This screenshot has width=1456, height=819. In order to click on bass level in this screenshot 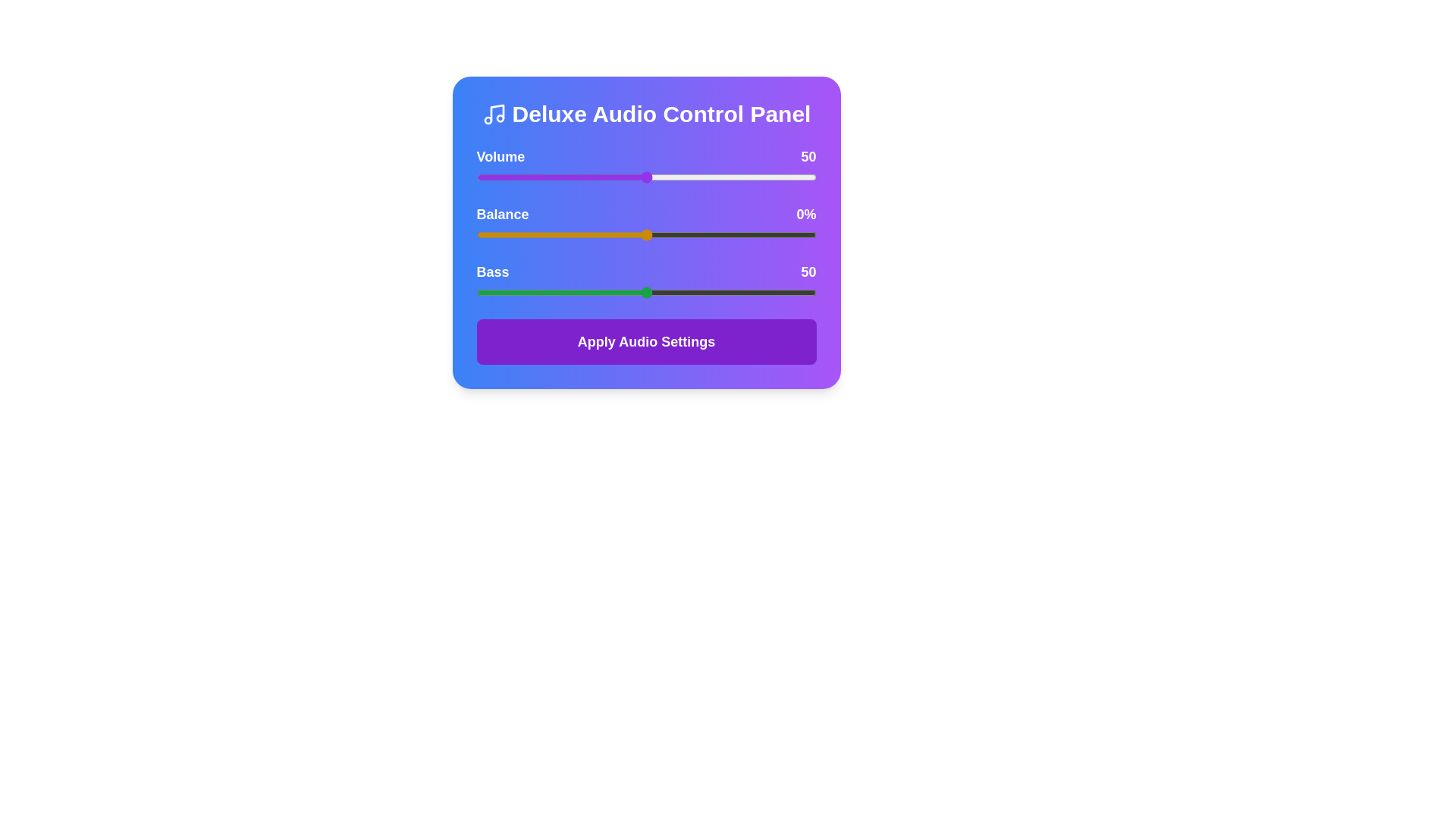, I will do `click(741, 292)`.